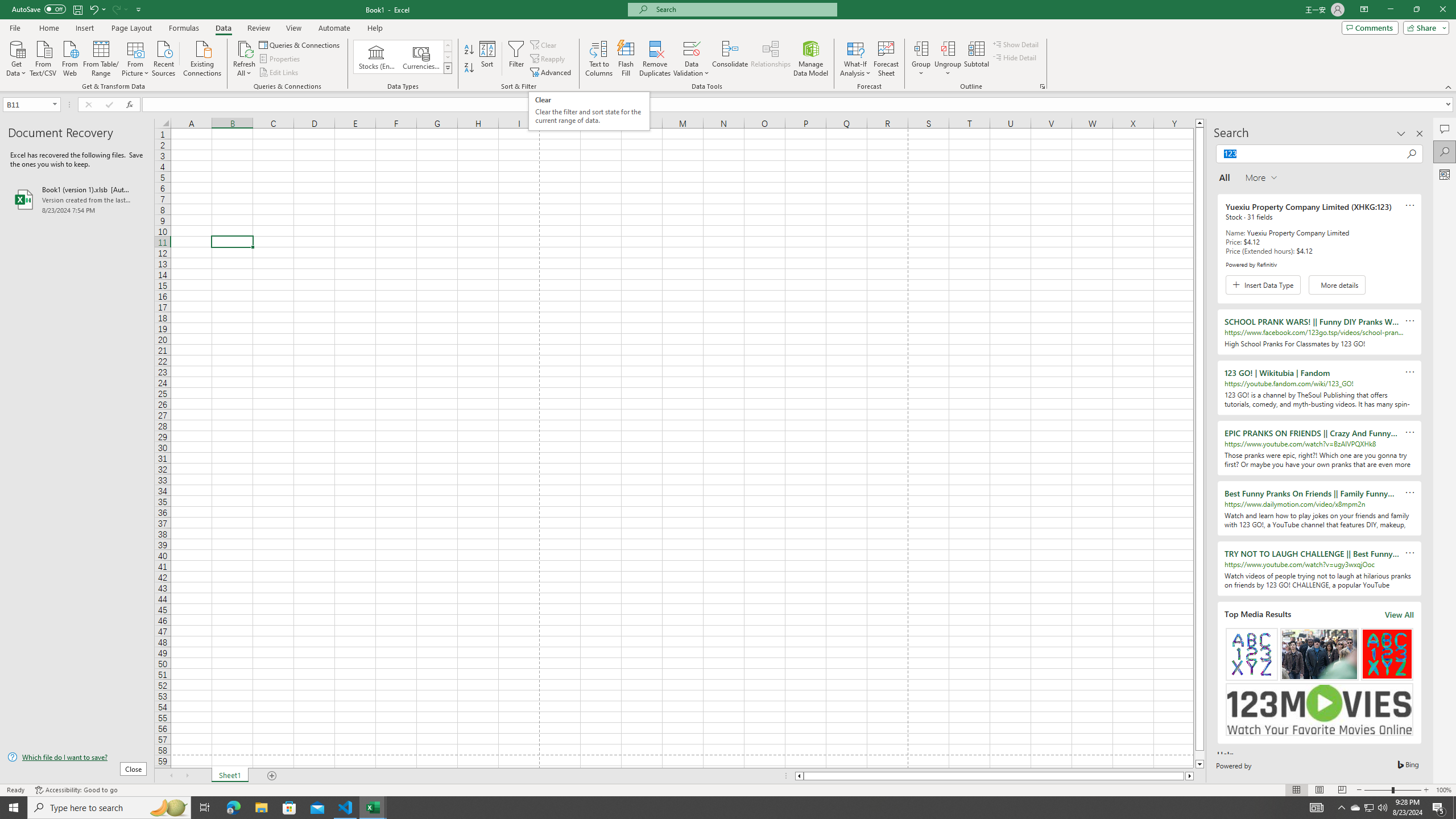 The width and height of the screenshot is (1456, 819). Describe the element at coordinates (730, 59) in the screenshot. I see `'Consolidate...'` at that location.